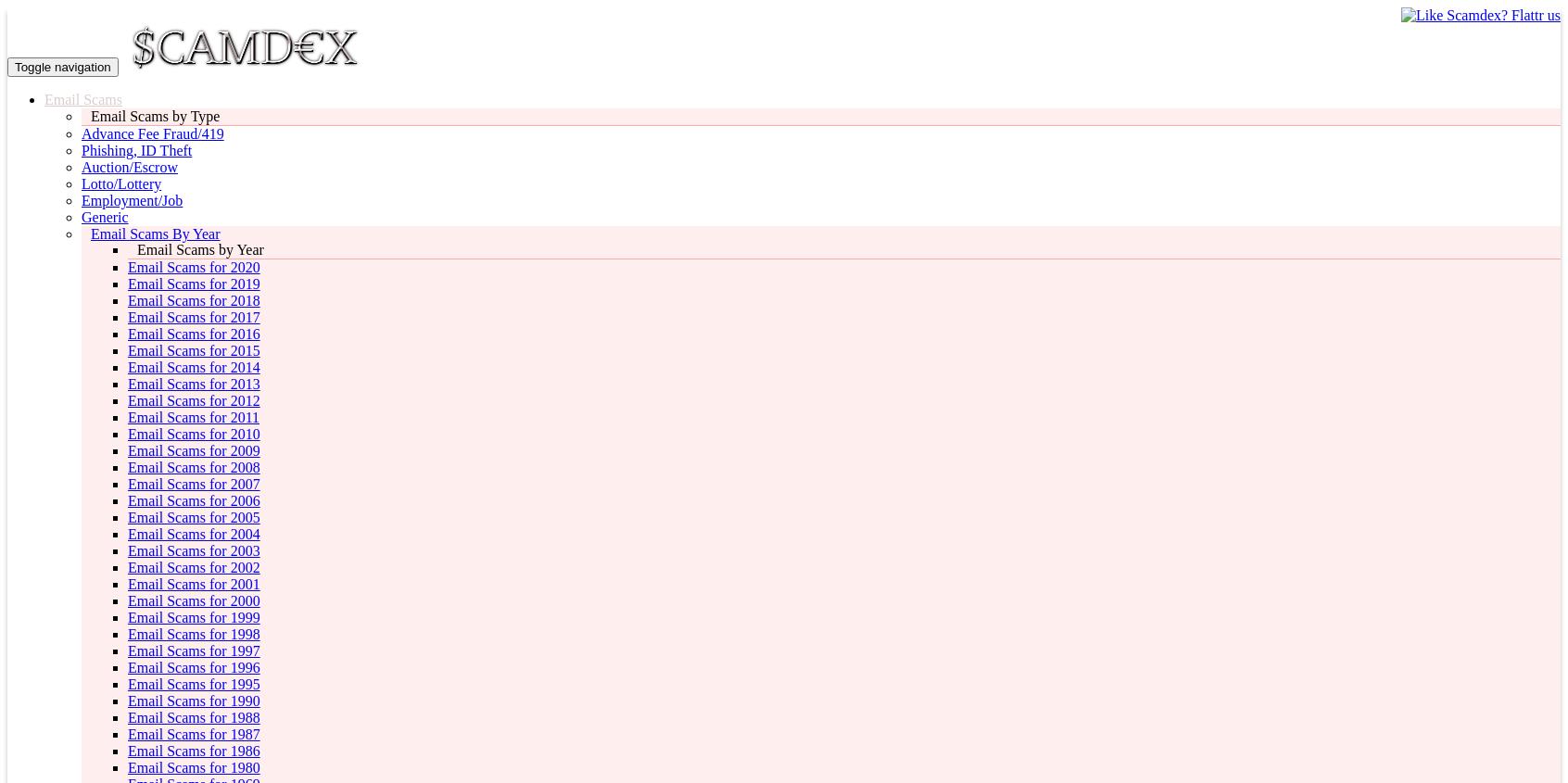 This screenshot has height=783, width=1568. I want to click on 'Email Scams for 2004', so click(128, 533).